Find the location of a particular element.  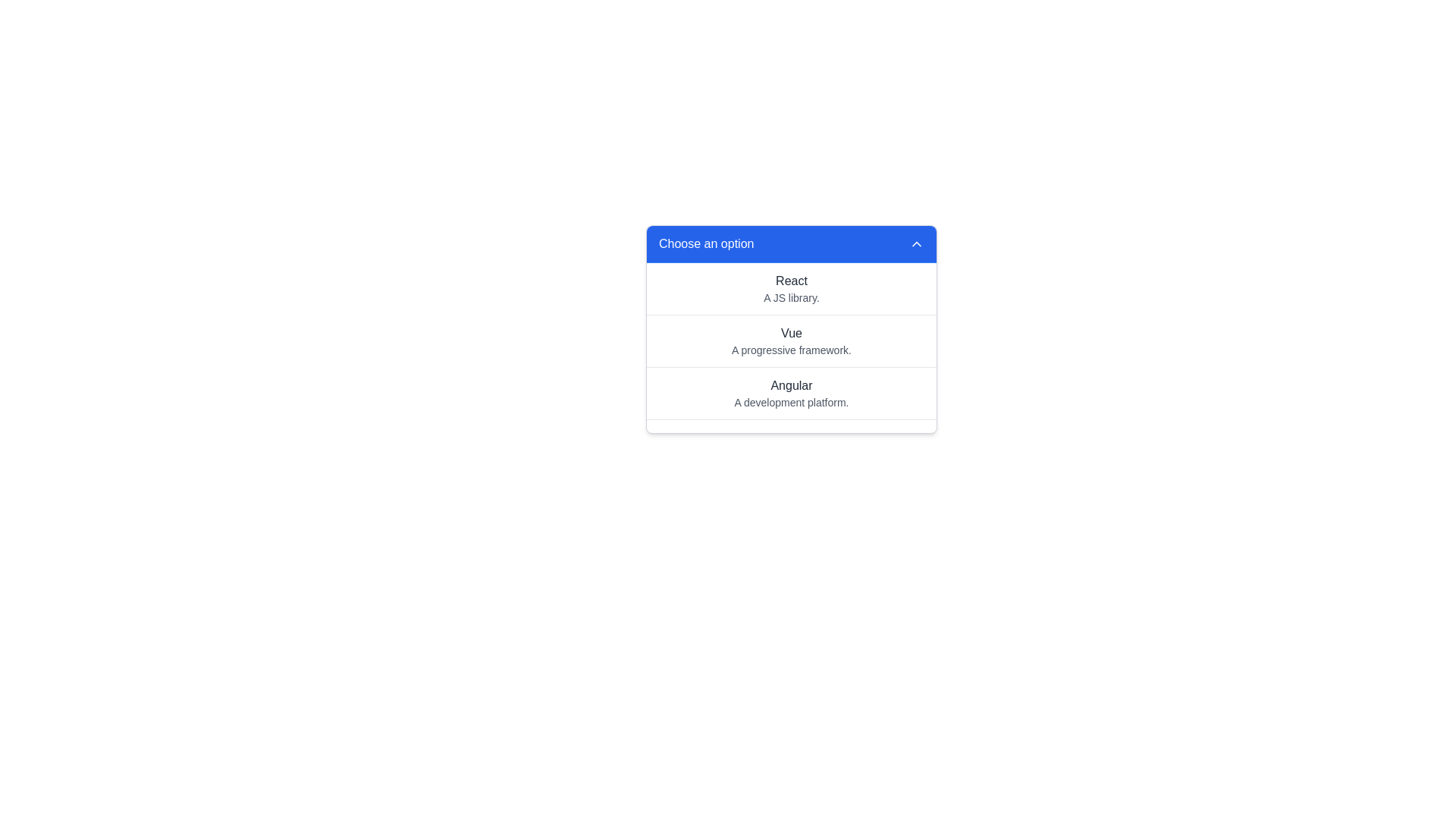

the rightmost arrow icon within the blue bar labeled 'Choose an option' is located at coordinates (916, 243).